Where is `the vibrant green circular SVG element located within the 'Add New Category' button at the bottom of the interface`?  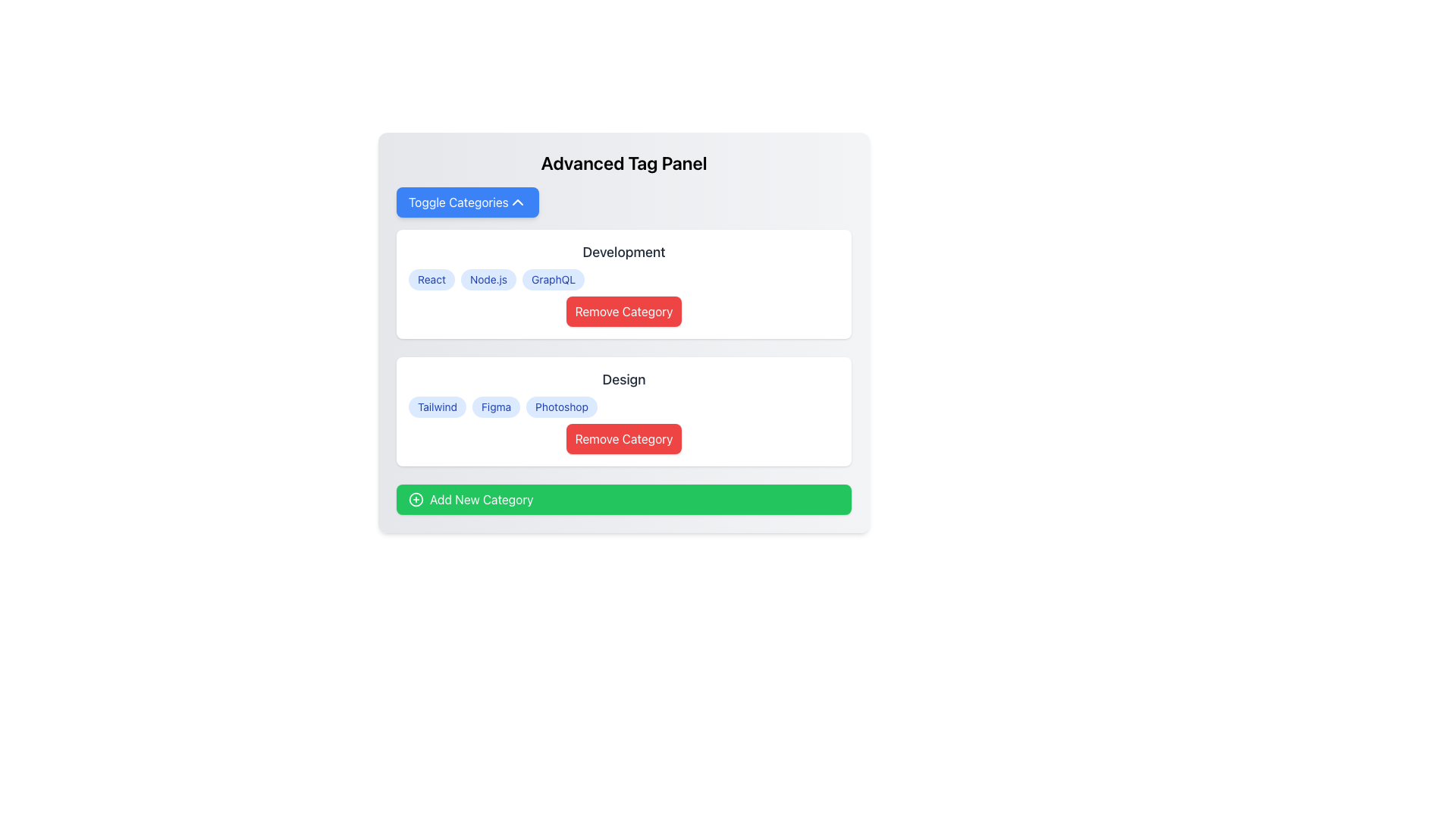 the vibrant green circular SVG element located within the 'Add New Category' button at the bottom of the interface is located at coordinates (416, 500).